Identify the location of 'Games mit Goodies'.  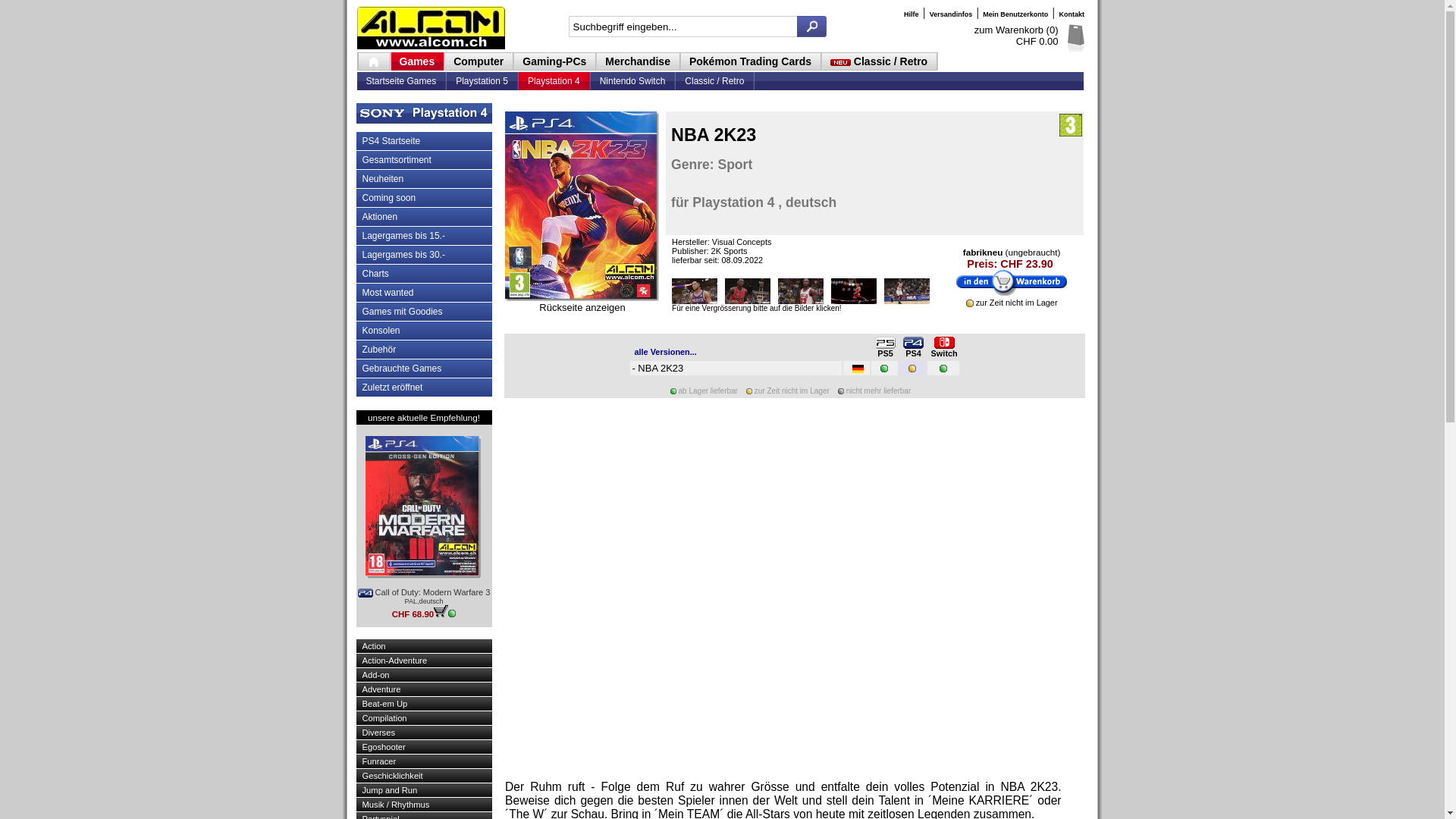
(424, 311).